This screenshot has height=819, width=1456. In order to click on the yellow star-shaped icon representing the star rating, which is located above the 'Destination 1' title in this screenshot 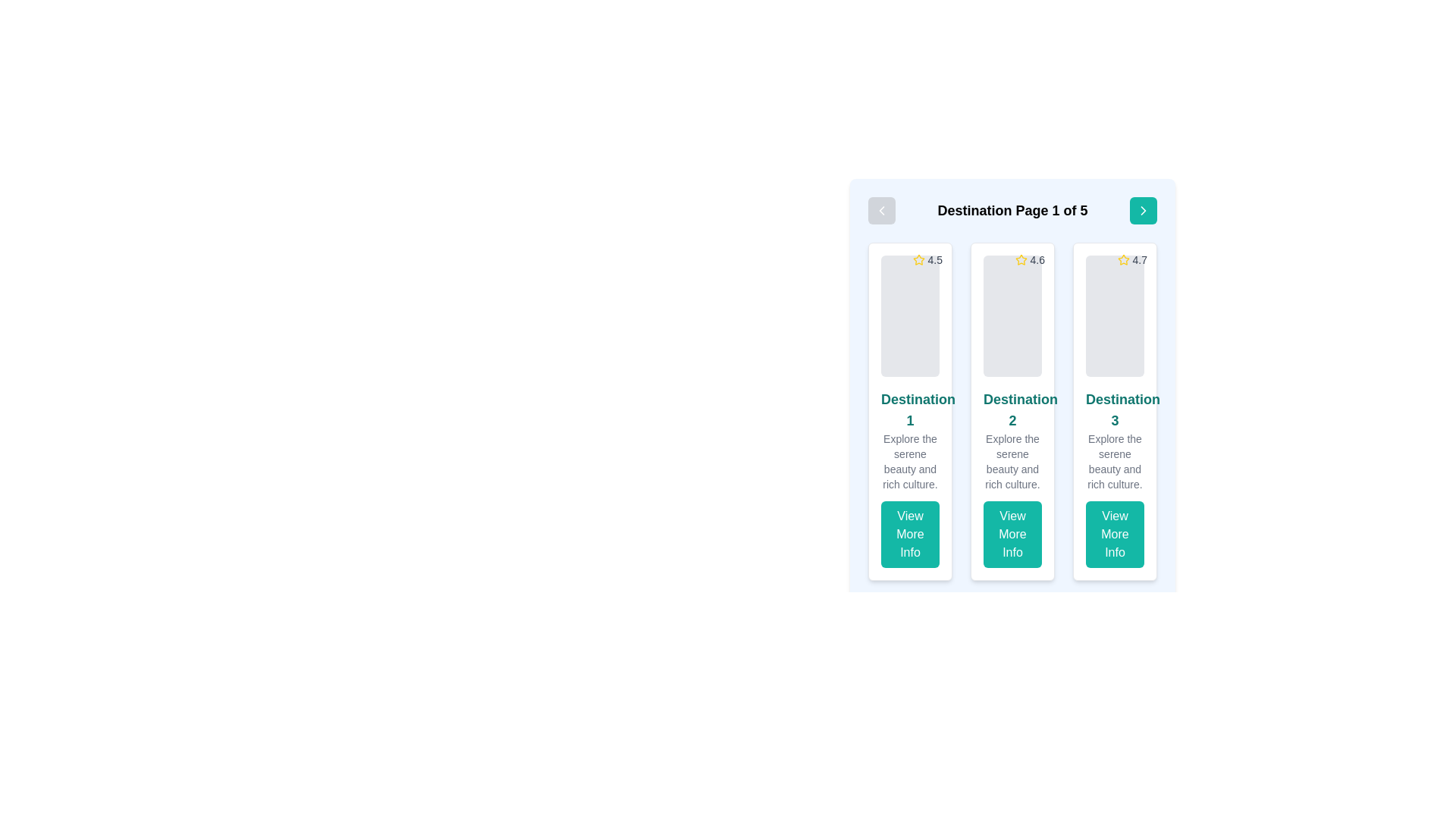, I will do `click(918, 259)`.